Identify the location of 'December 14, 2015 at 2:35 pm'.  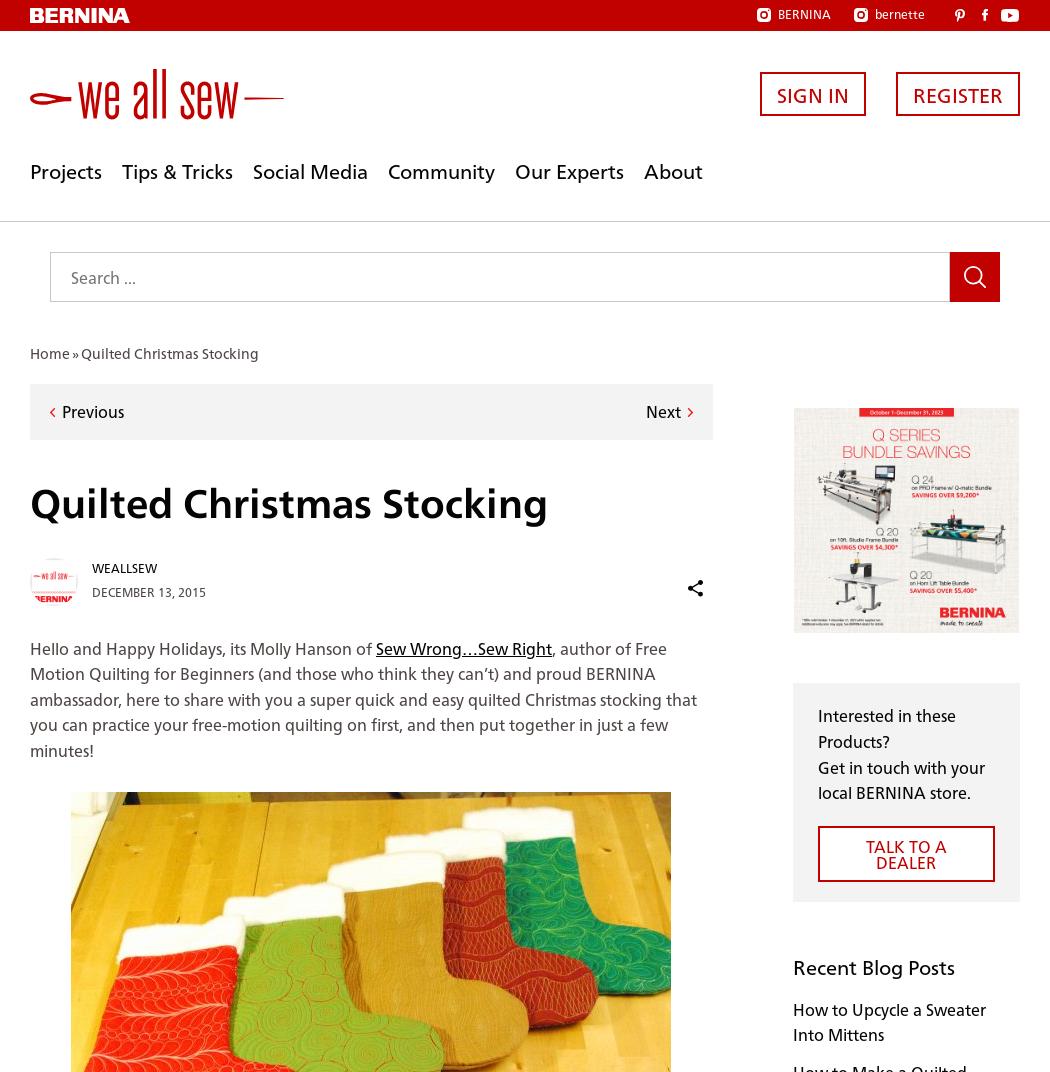
(179, 351).